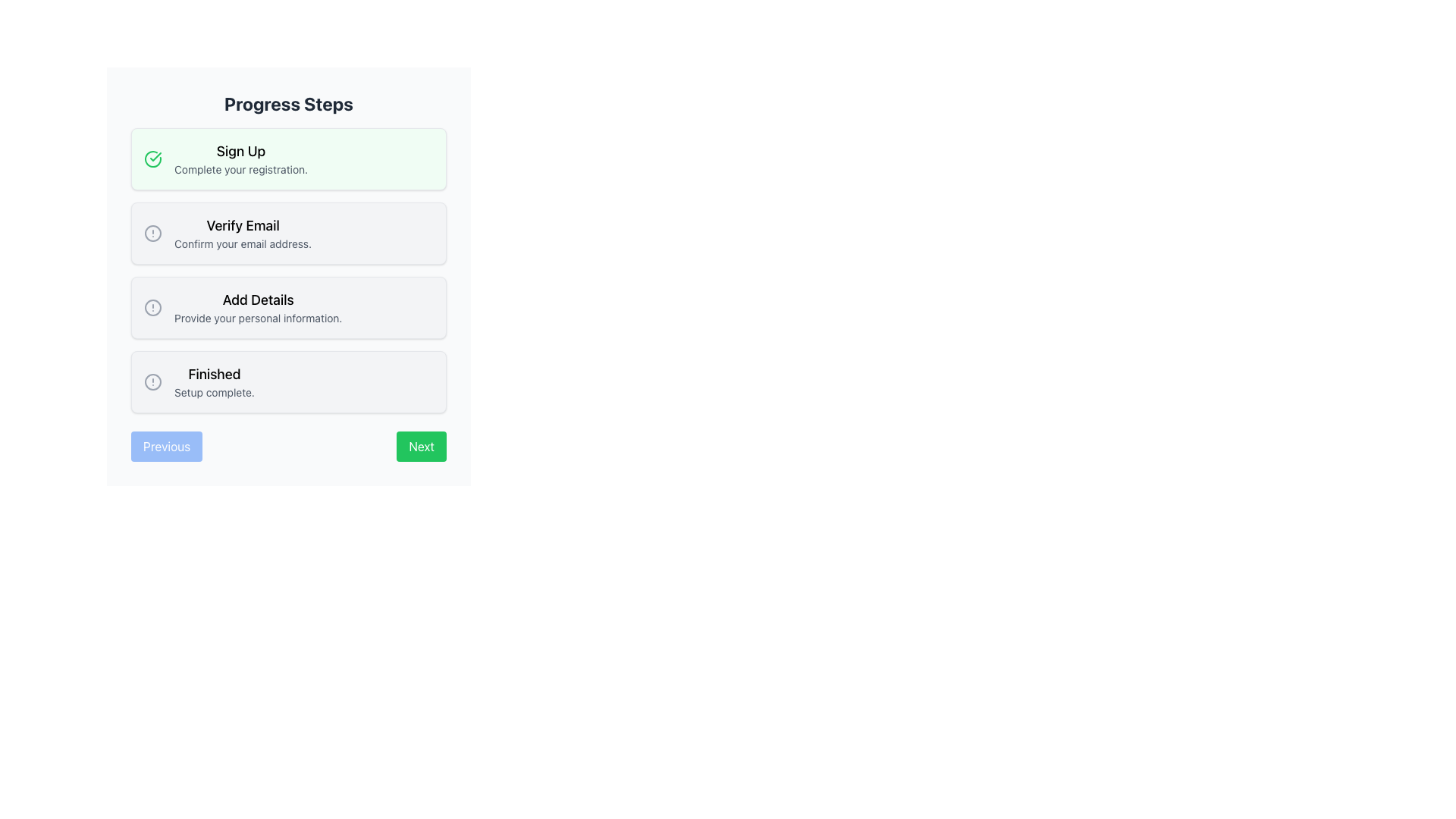 This screenshot has width=1456, height=819. Describe the element at coordinates (152, 158) in the screenshot. I see `the visual confirmation icon indicating that the 'Sign Up' step is complete, located at the top-left corner of the highlighted box containing 'Sign Up' and 'Complete your registration.'` at that location.